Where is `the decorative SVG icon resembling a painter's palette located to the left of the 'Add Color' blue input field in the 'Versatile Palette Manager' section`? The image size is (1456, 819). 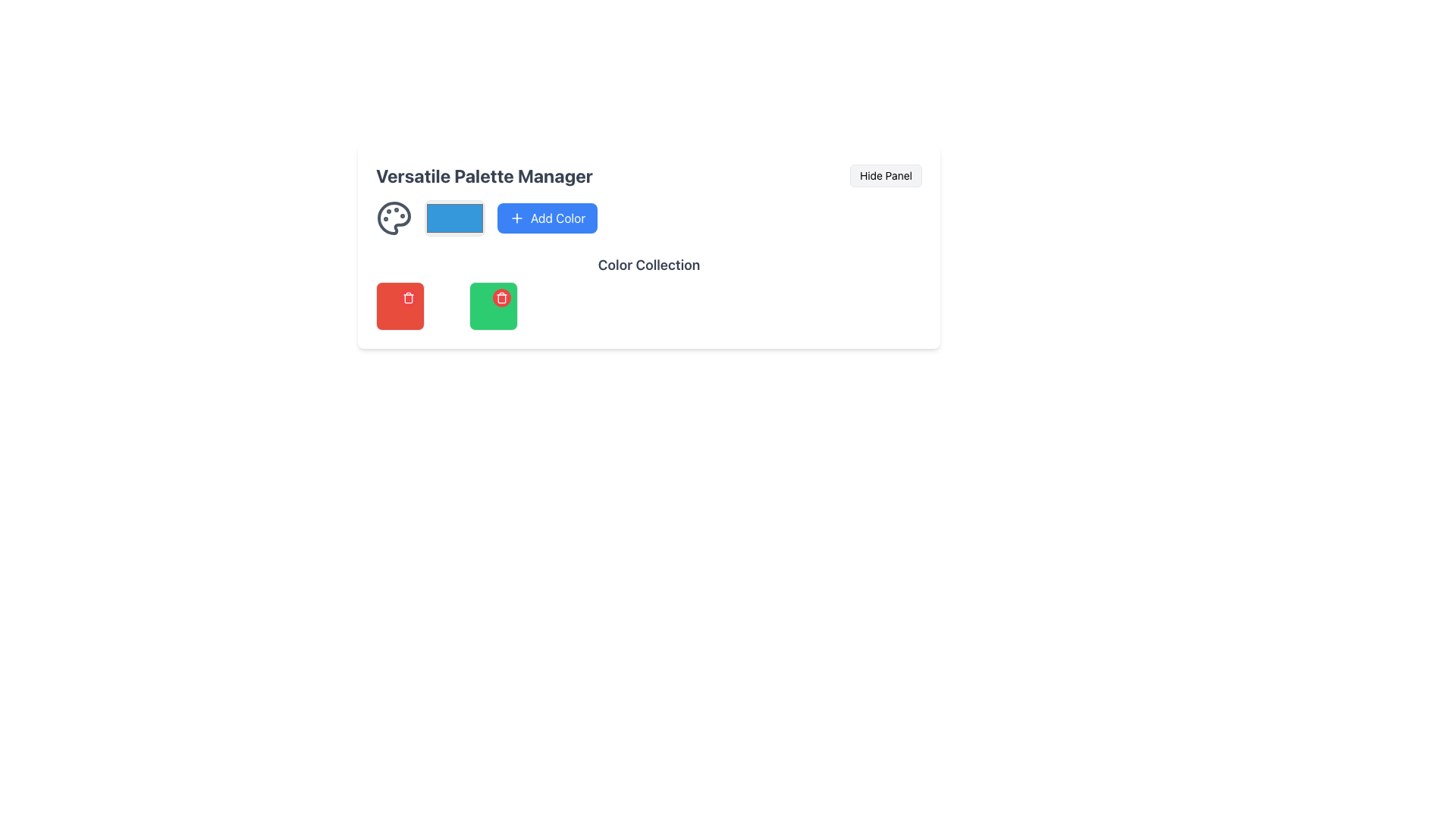
the decorative SVG icon resembling a painter's palette located to the left of the 'Add Color' blue input field in the 'Versatile Palette Manager' section is located at coordinates (394, 218).